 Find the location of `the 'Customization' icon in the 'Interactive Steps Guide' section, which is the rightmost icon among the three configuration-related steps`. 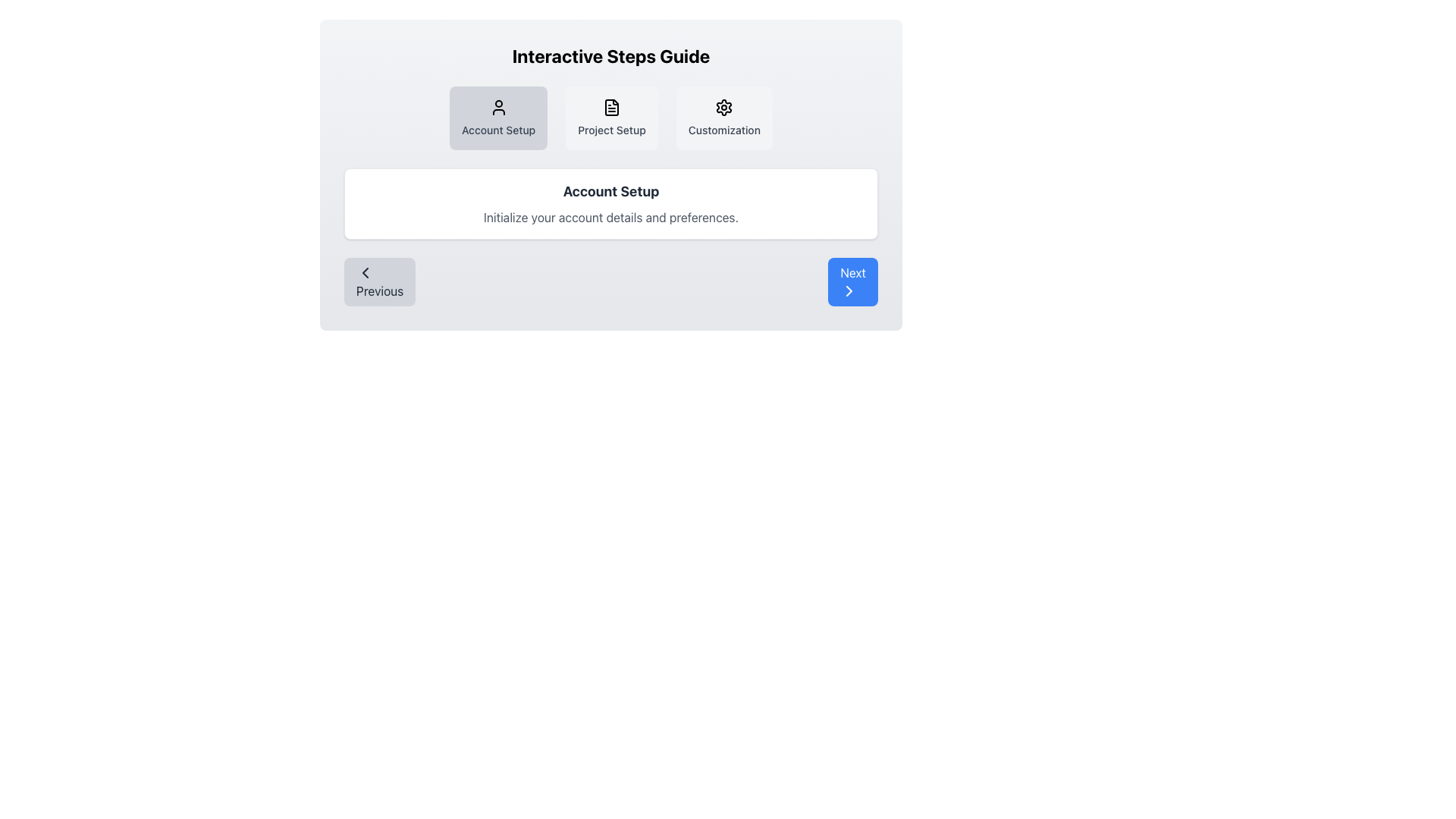

the 'Customization' icon in the 'Interactive Steps Guide' section, which is the rightmost icon among the three configuration-related steps is located at coordinates (723, 107).